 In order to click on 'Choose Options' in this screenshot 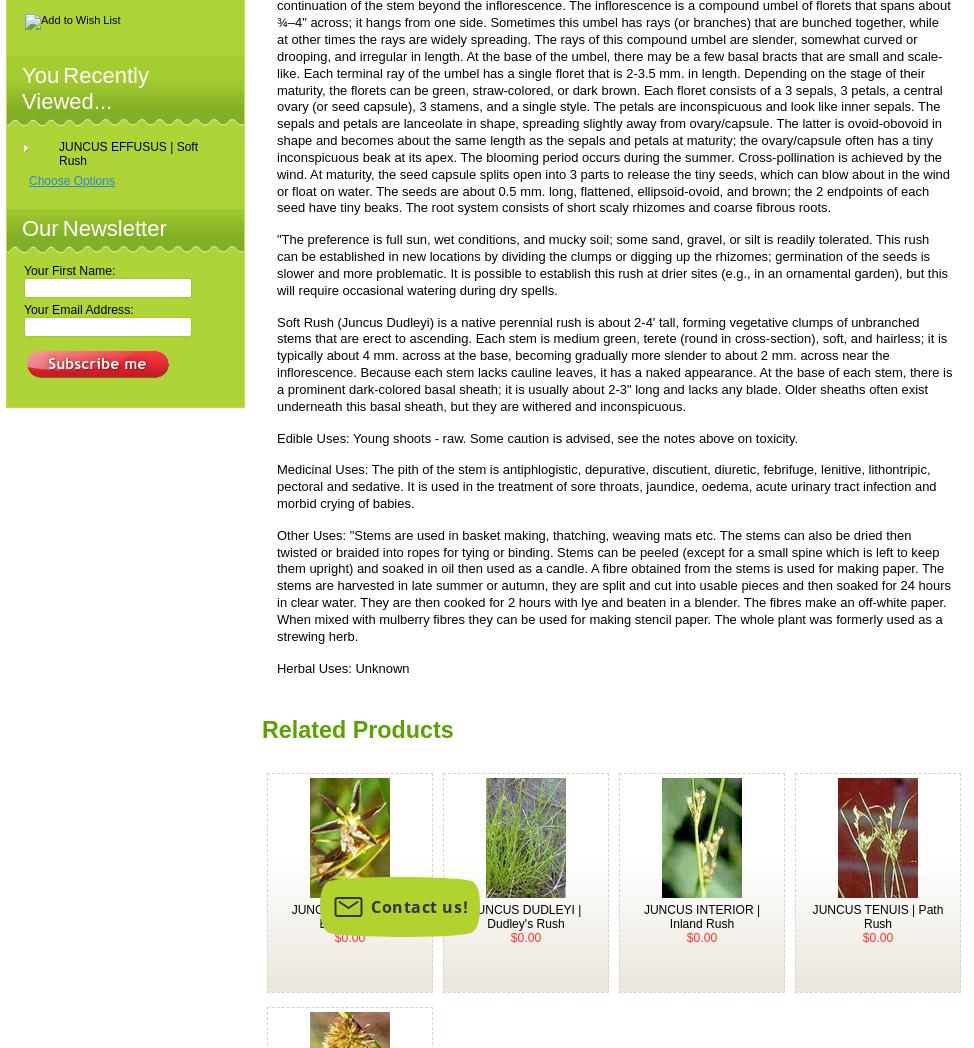, I will do `click(71, 179)`.